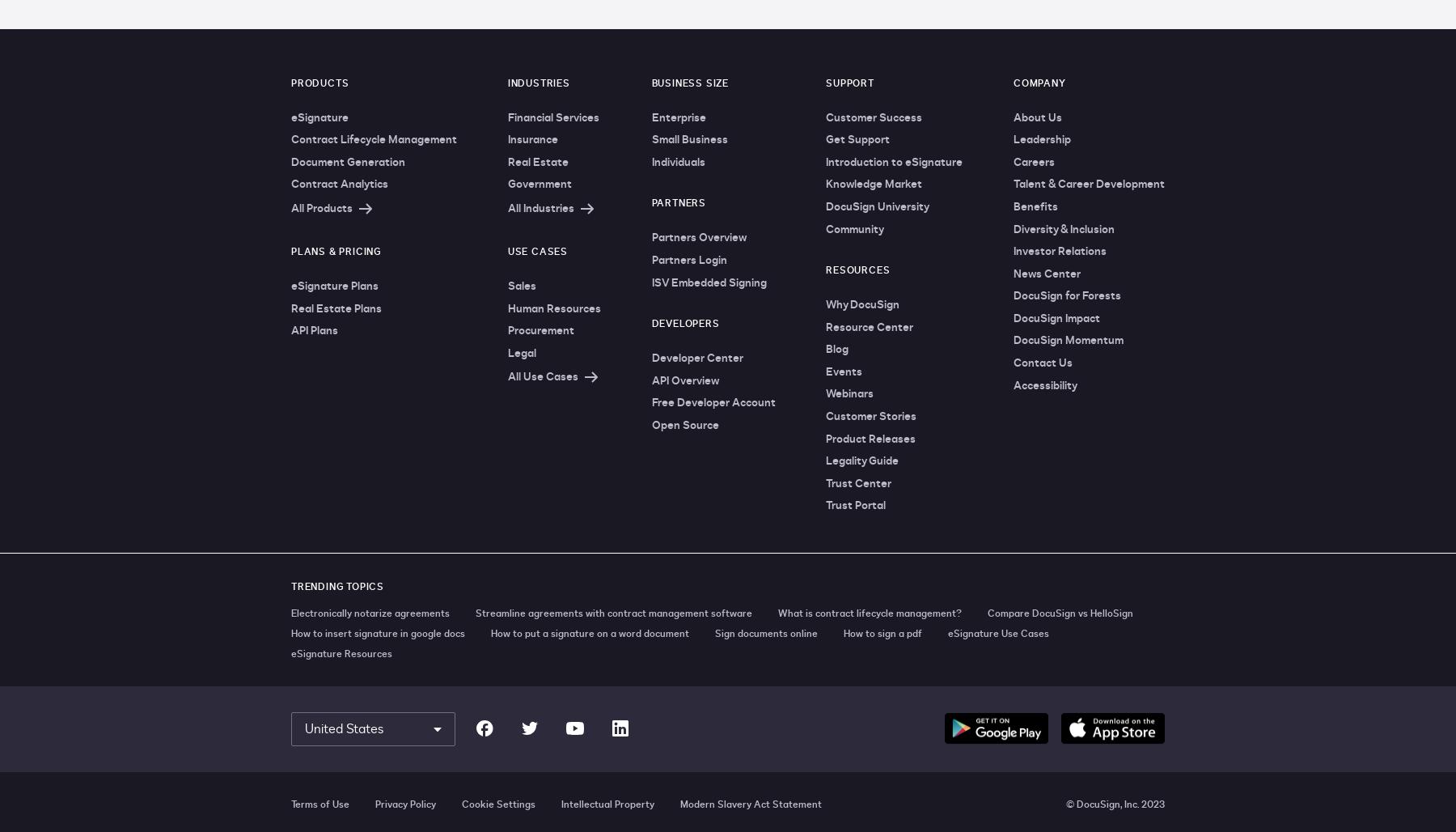  Describe the element at coordinates (341, 652) in the screenshot. I see `'eSignature Resources'` at that location.